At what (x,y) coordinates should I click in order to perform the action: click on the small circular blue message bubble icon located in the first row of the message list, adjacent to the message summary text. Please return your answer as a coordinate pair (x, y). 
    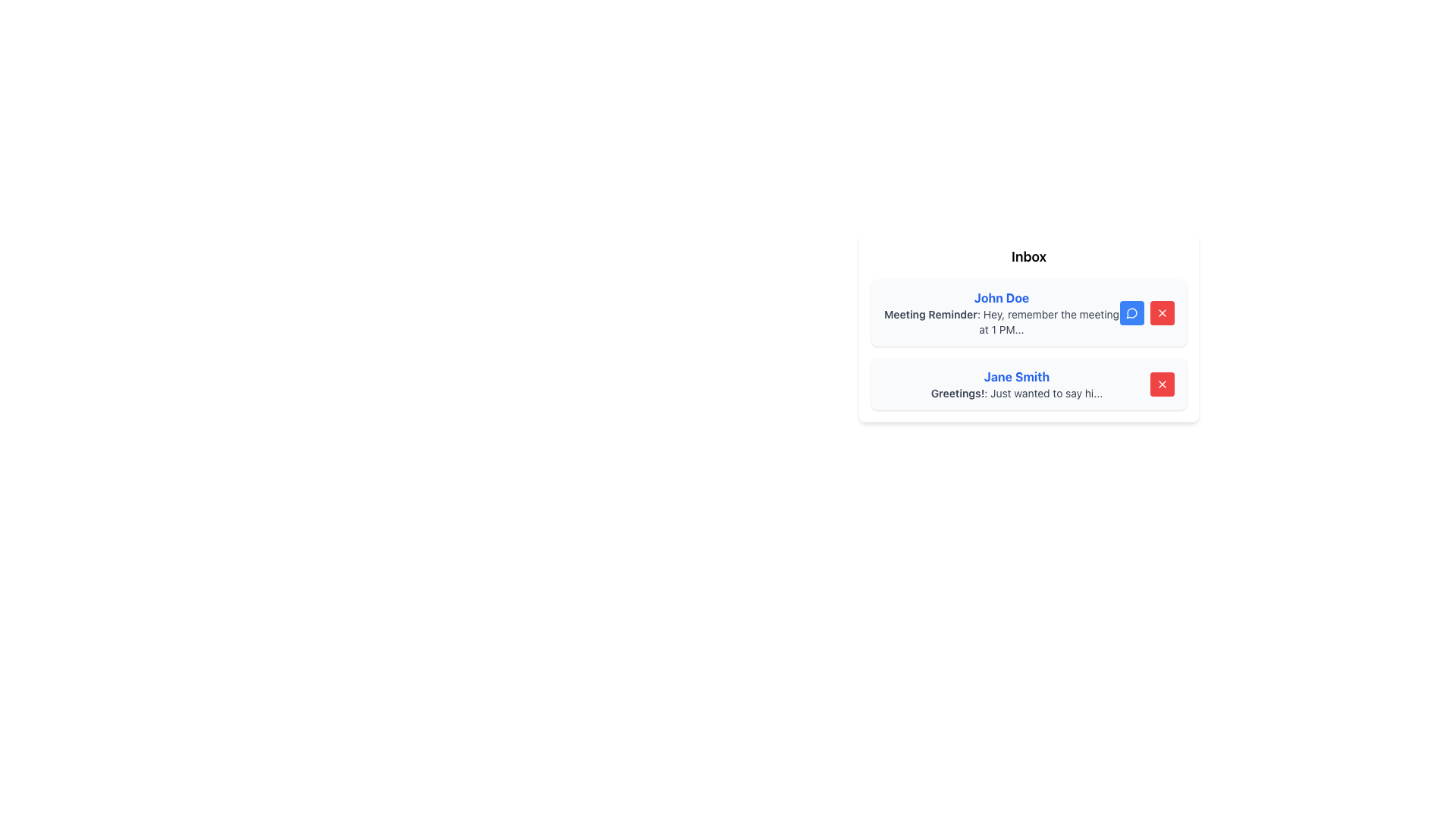
    Looking at the image, I should click on (1131, 312).